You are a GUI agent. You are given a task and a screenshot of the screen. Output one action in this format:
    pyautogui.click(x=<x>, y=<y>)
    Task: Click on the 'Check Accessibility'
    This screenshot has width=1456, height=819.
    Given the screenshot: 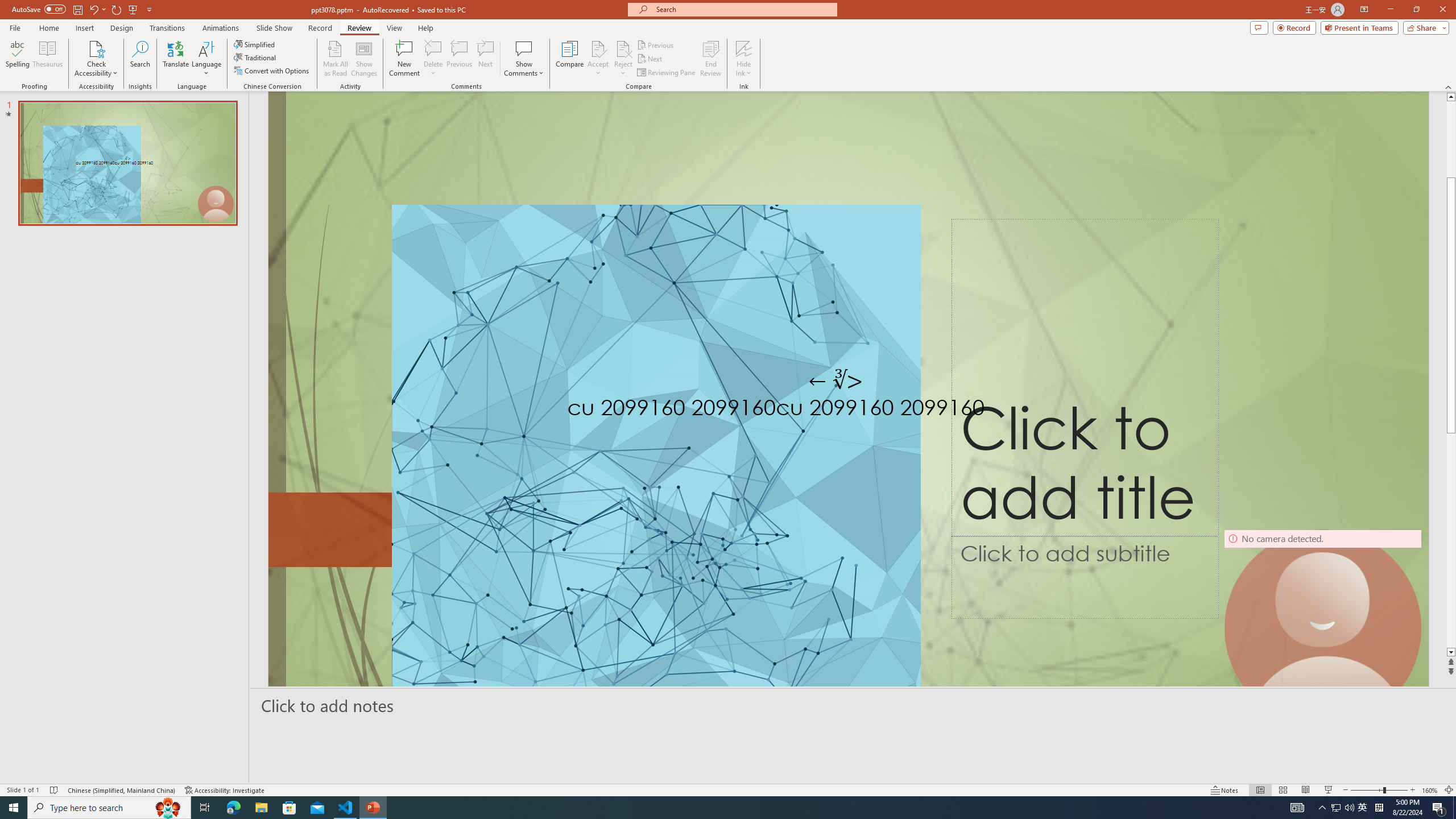 What is the action you would take?
    pyautogui.click(x=95, y=48)
    